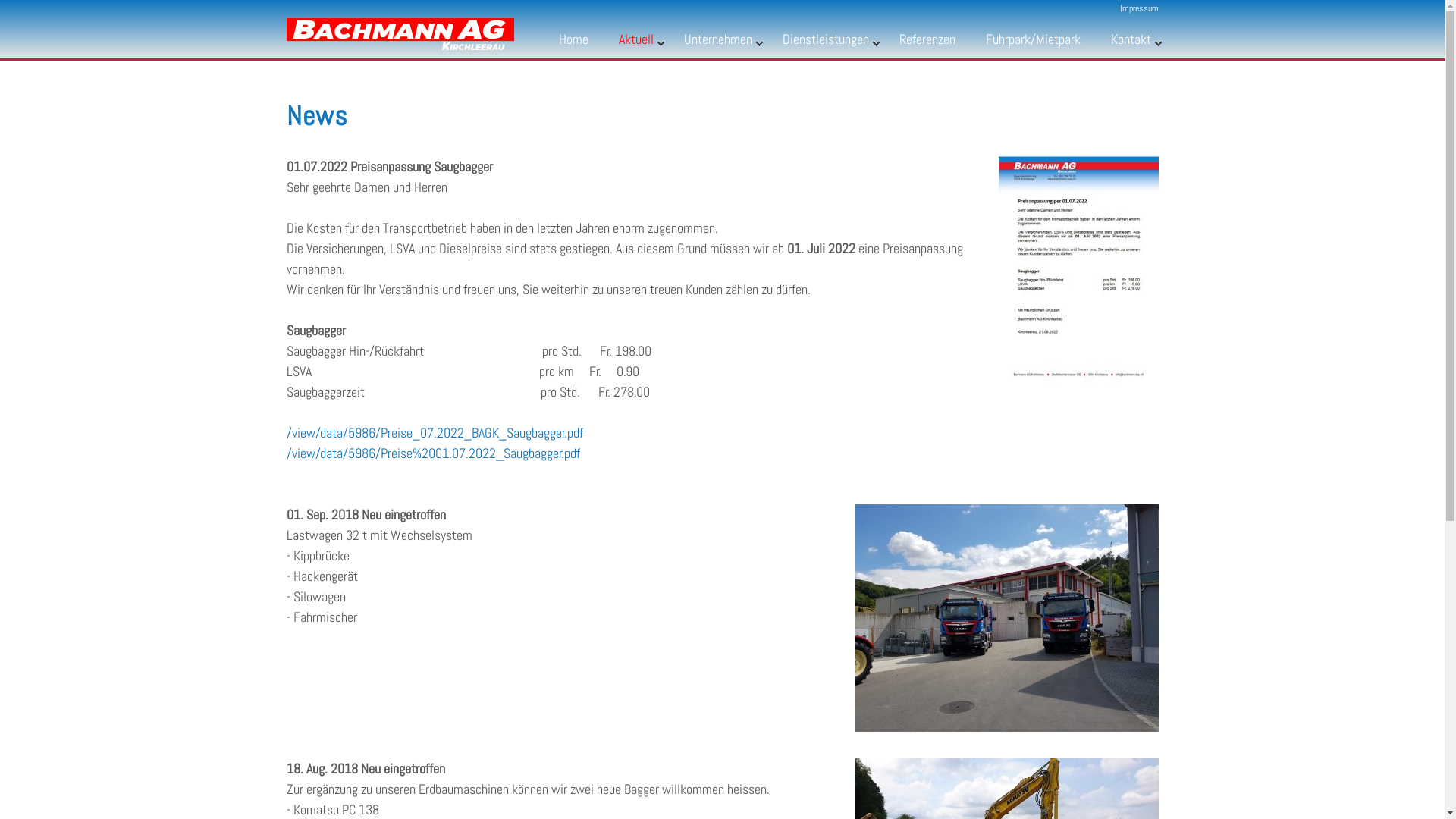 The width and height of the screenshot is (1456, 819). Describe the element at coordinates (825, 42) in the screenshot. I see `'Dienstleistungen'` at that location.